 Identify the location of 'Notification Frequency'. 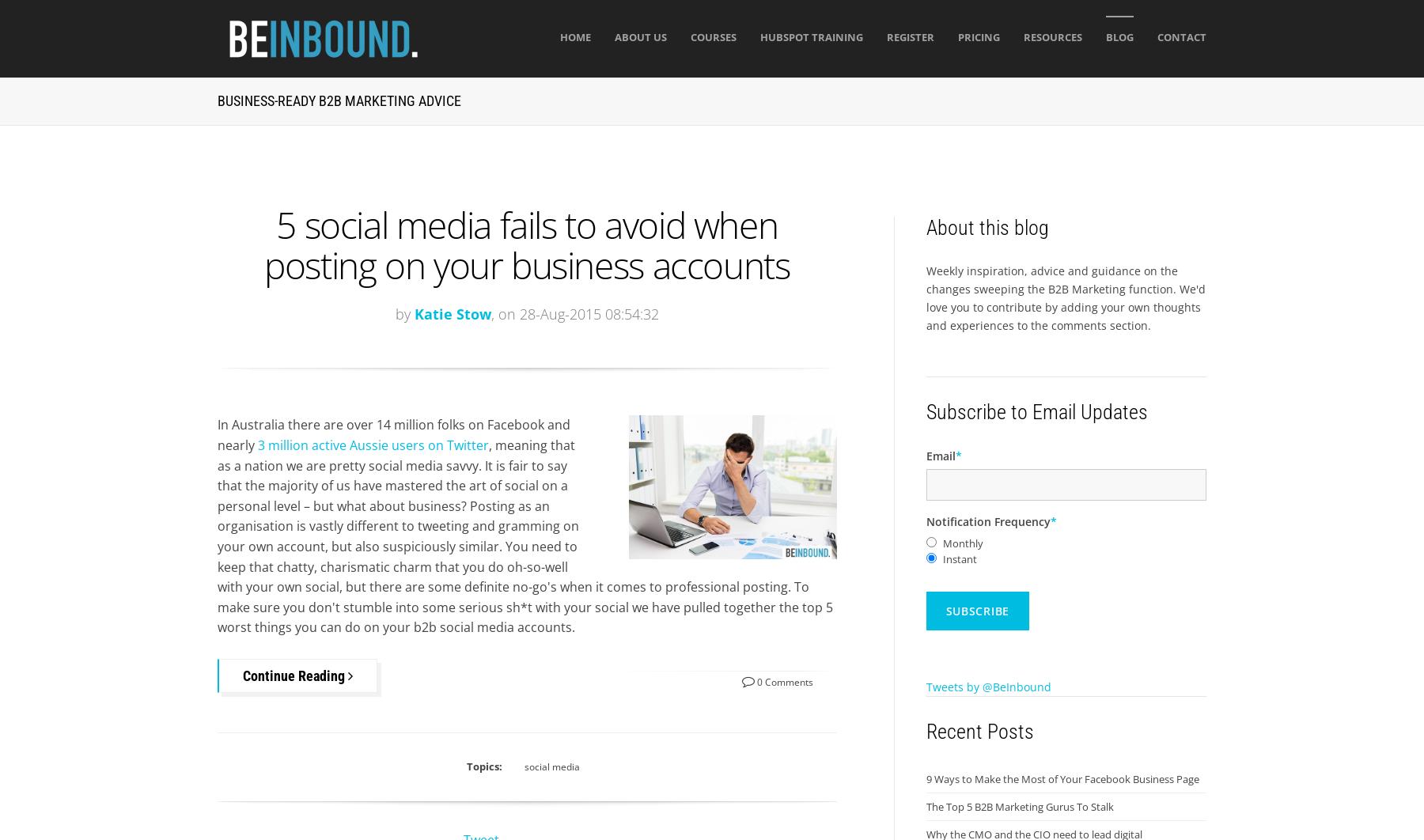
(987, 521).